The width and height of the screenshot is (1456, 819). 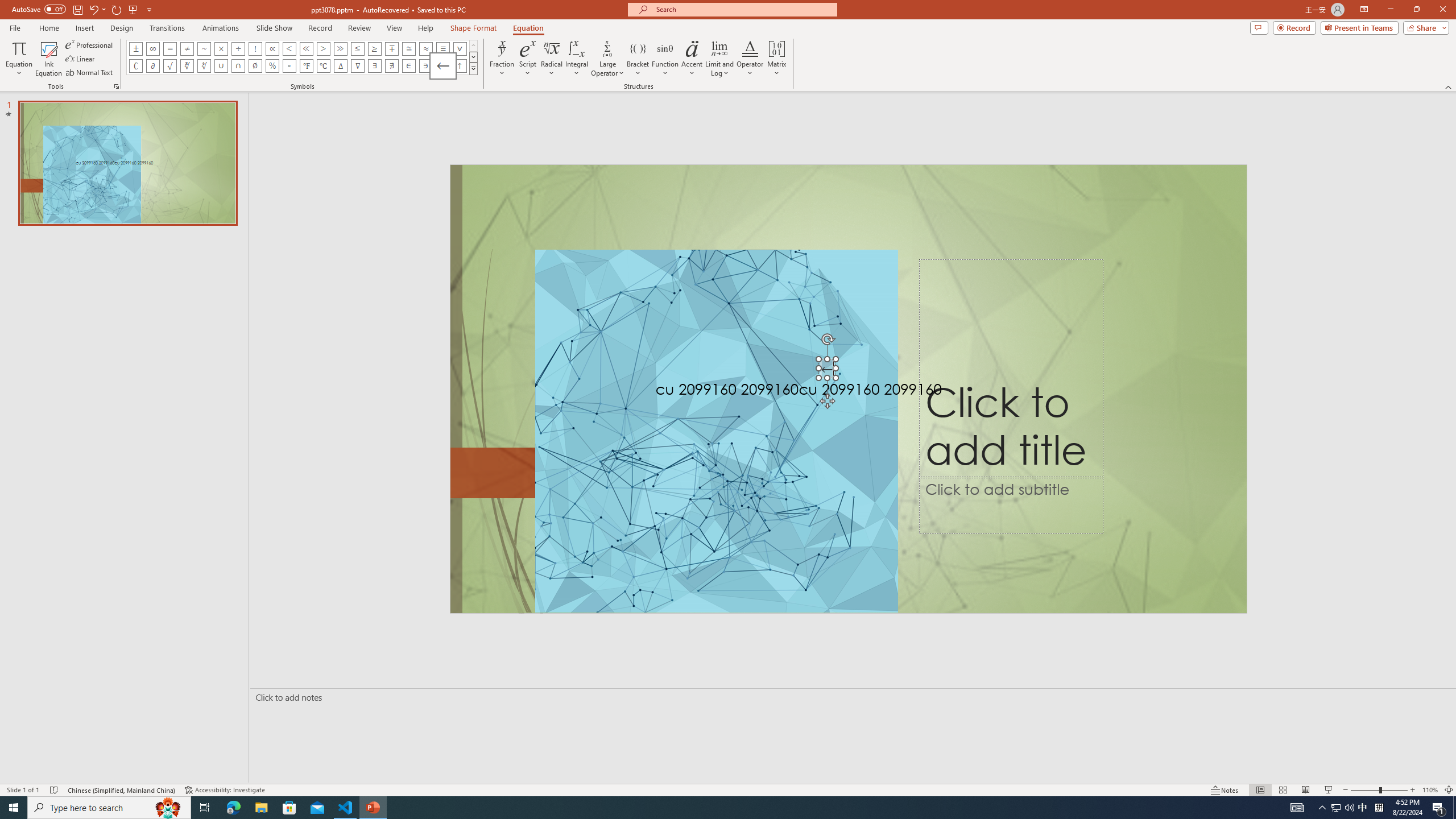 I want to click on 'Equation Symbol Fourth Root', so click(x=204, y=65).